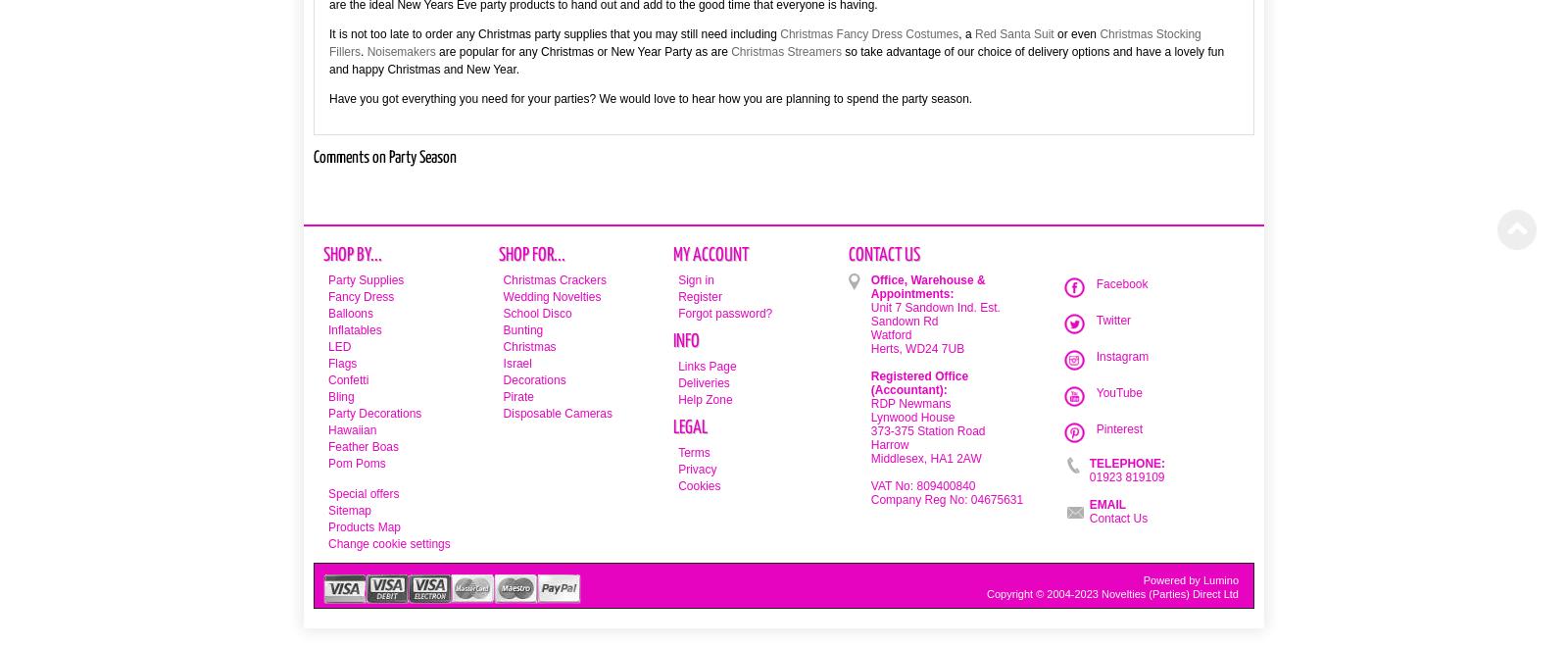 This screenshot has height=648, width=1568. I want to click on '373-375 Station Road', so click(926, 431).